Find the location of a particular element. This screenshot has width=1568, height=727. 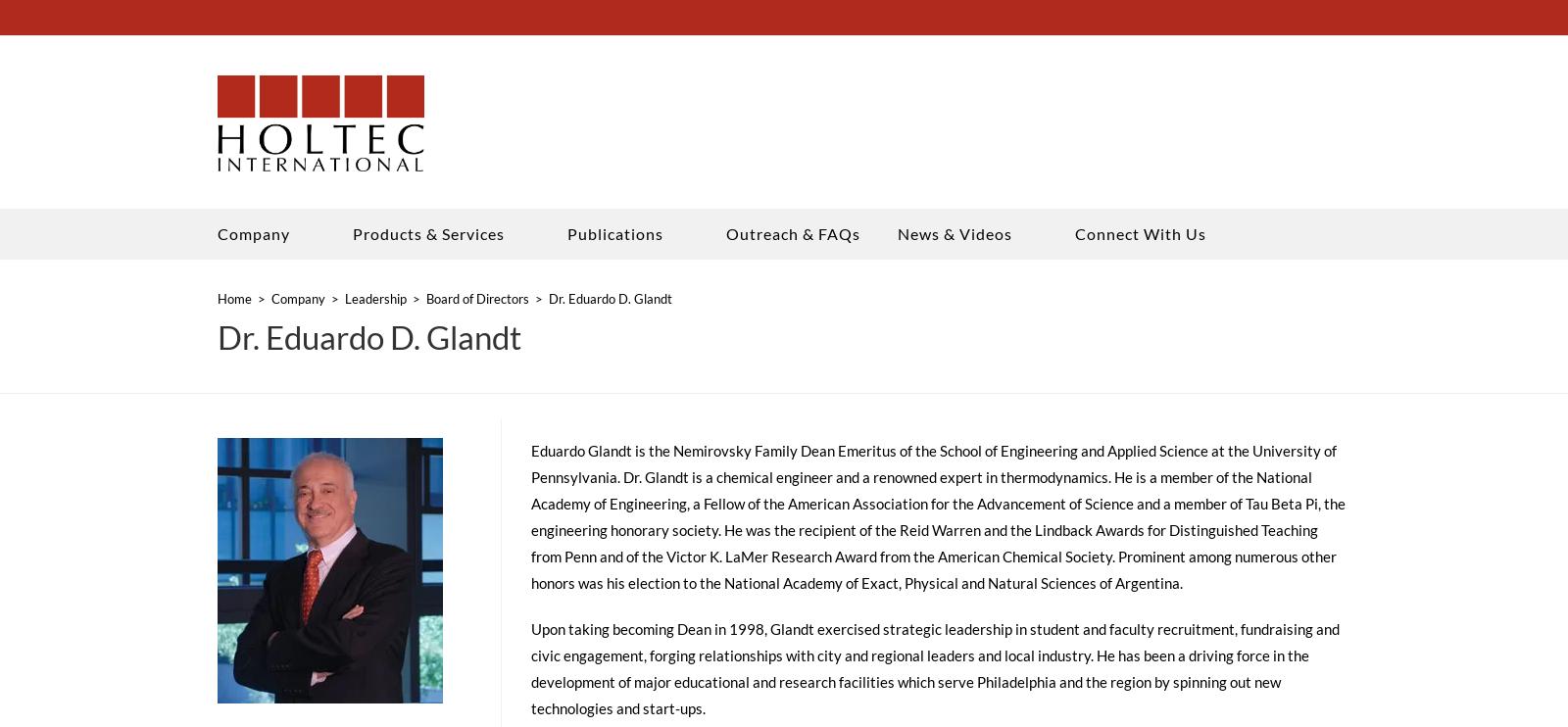

'No results found' is located at coordinates (195, 131).